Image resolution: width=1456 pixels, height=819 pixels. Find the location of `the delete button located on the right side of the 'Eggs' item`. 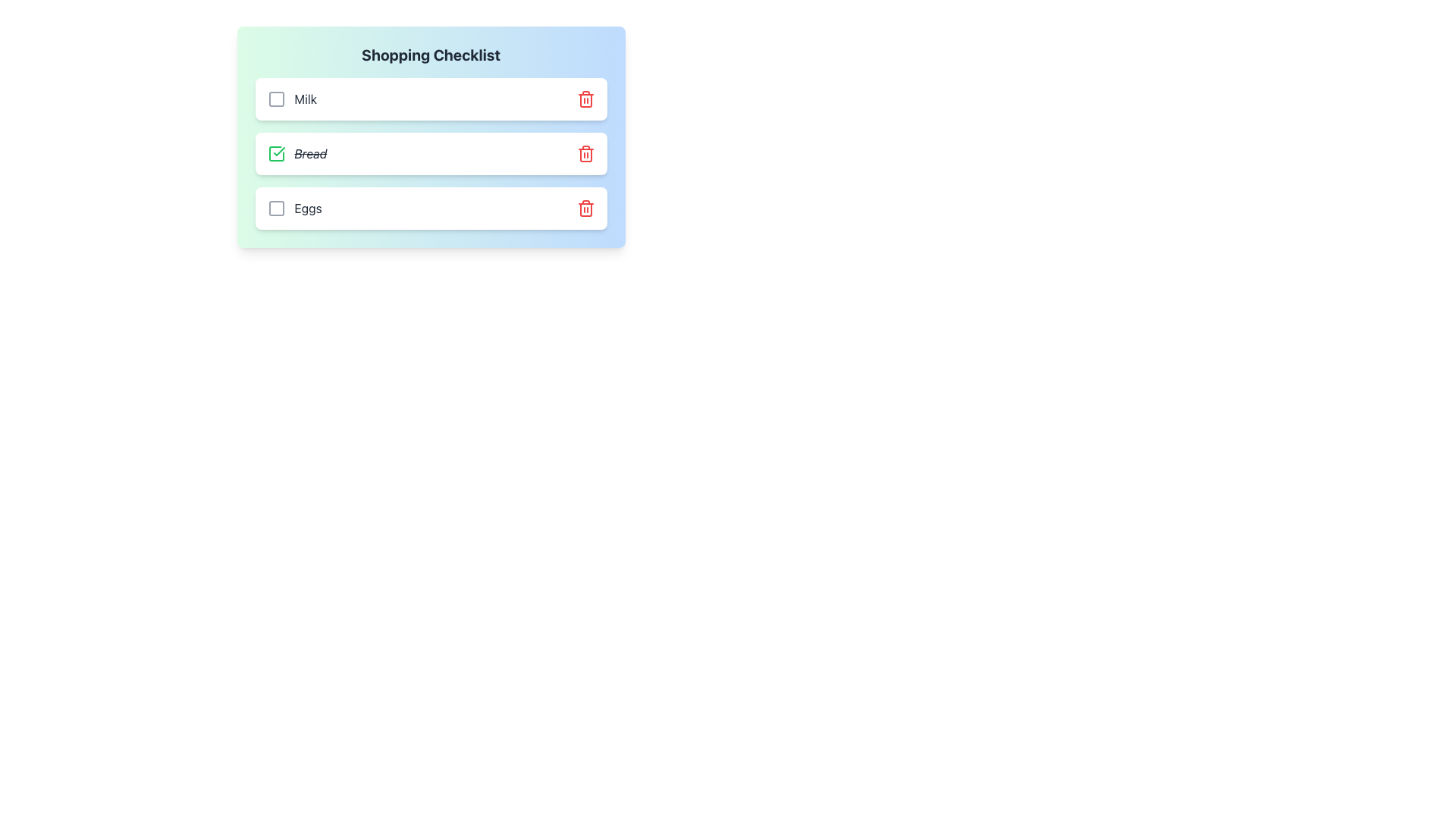

the delete button located on the right side of the 'Eggs' item is located at coordinates (585, 208).